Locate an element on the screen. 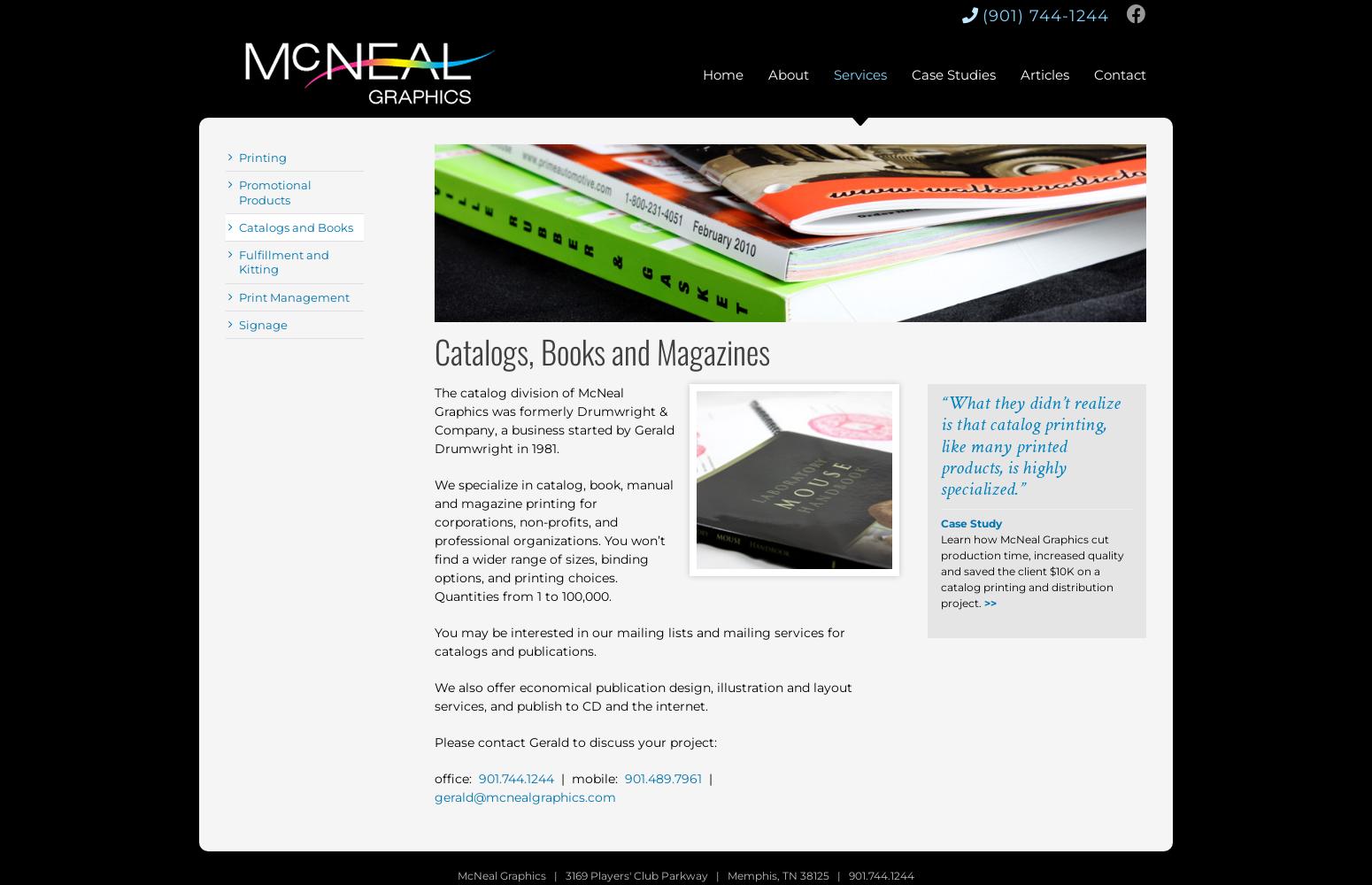  'Print Management' is located at coordinates (293, 296).